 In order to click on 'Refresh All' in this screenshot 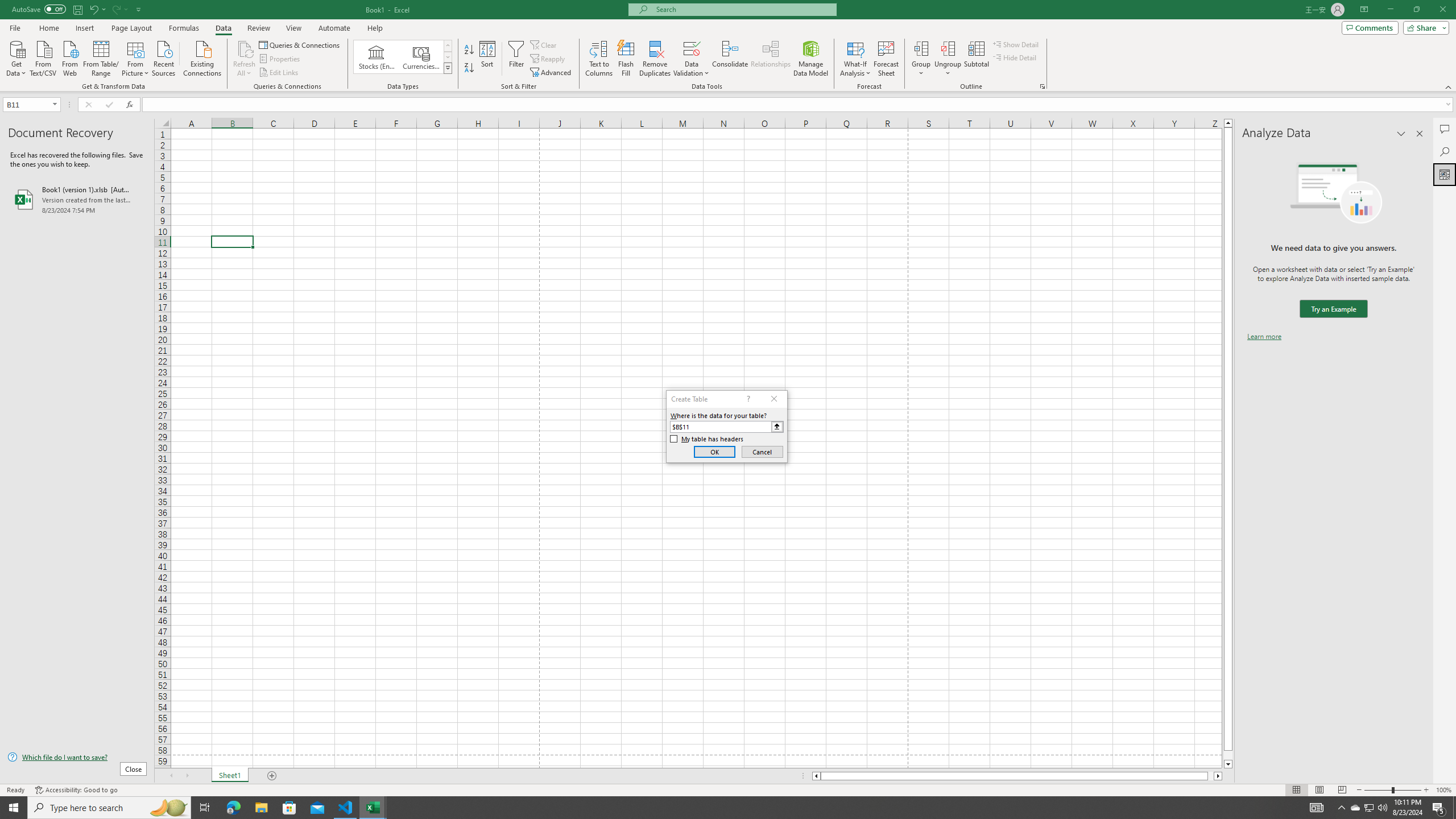, I will do `click(244, 59)`.